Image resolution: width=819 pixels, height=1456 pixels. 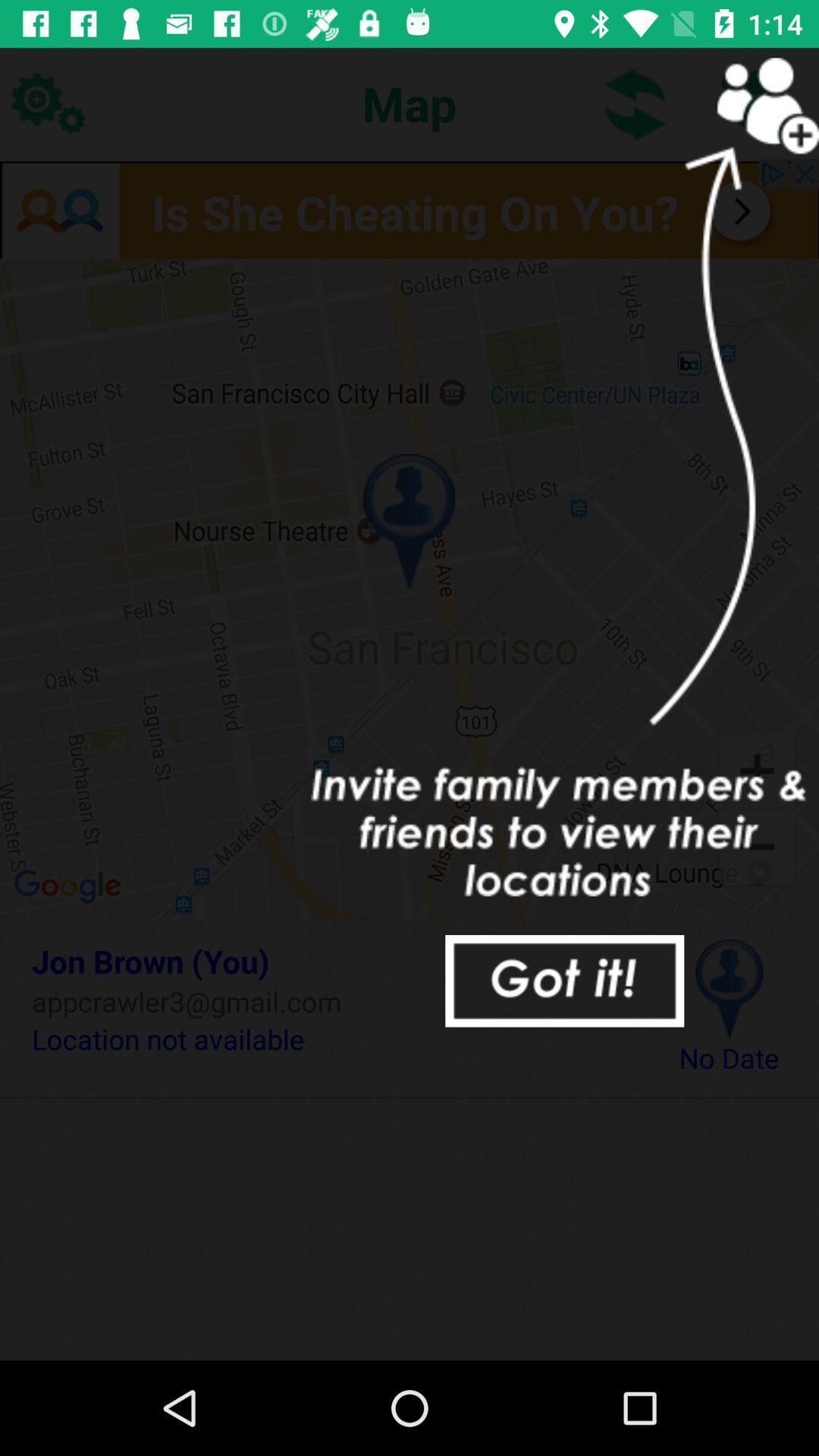 What do you see at coordinates (635, 102) in the screenshot?
I see `the item next to map` at bounding box center [635, 102].